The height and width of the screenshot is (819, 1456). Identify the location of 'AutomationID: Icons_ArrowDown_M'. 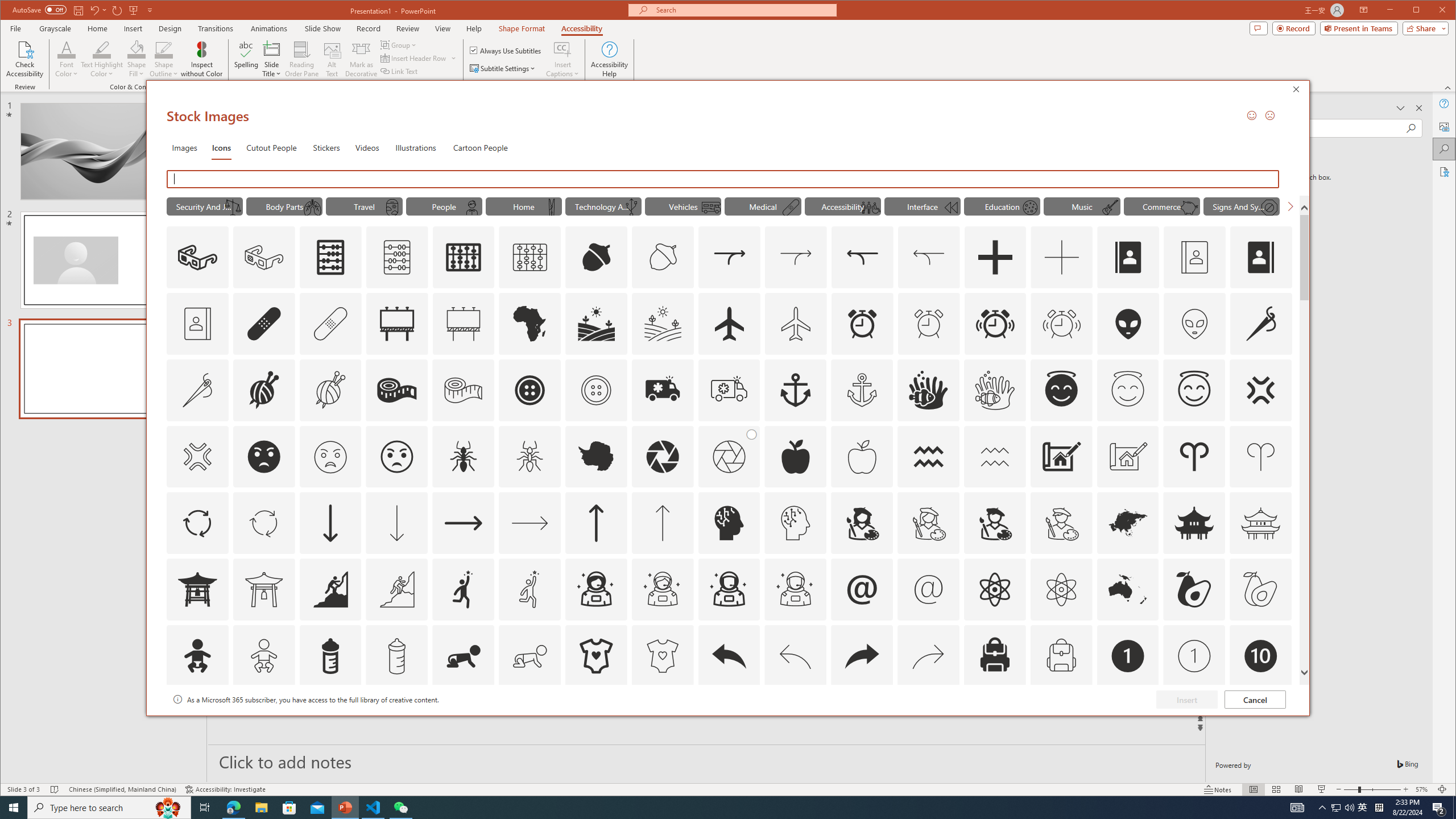
(396, 523).